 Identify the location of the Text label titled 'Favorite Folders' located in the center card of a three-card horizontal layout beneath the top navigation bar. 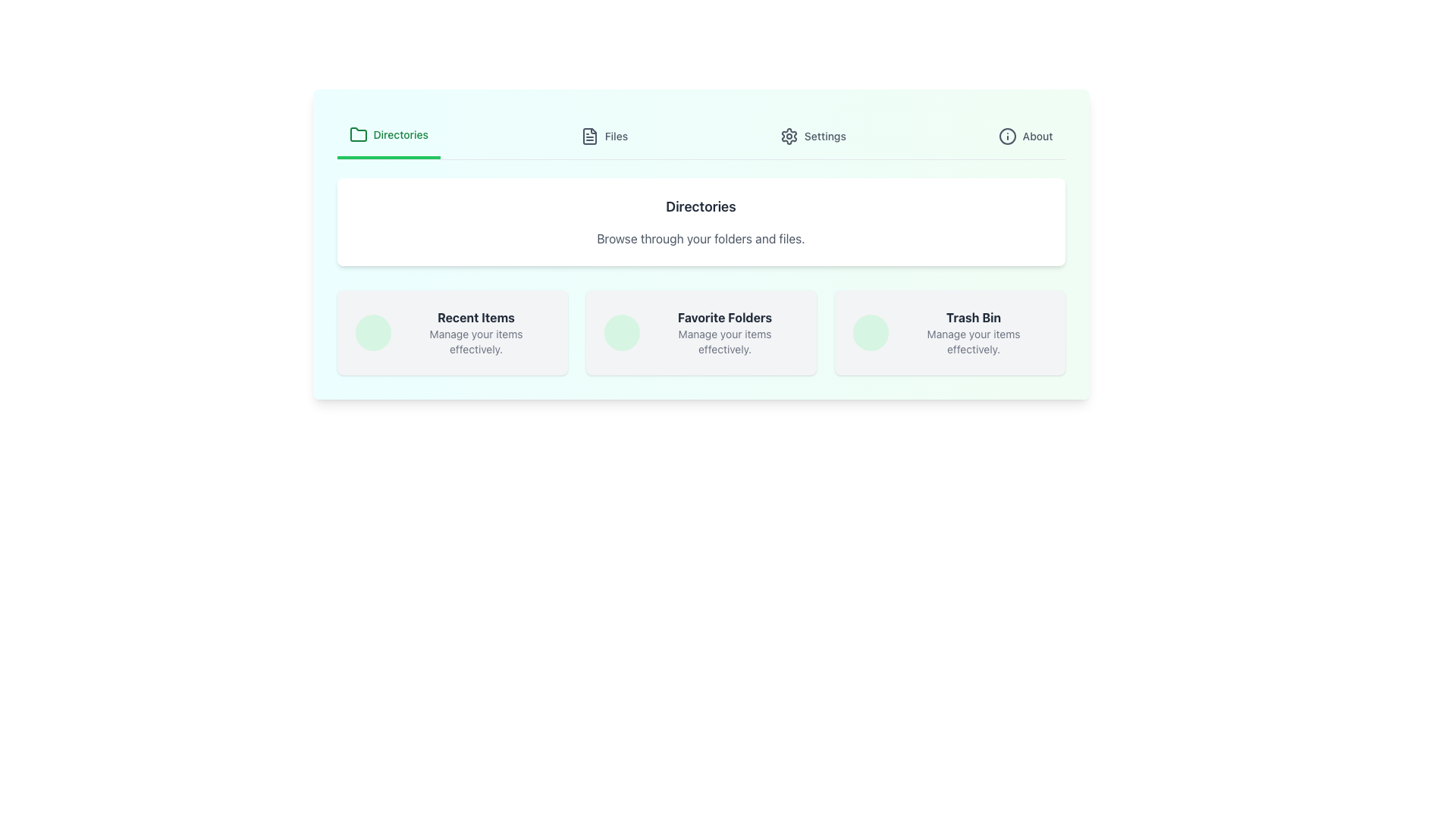
(723, 332).